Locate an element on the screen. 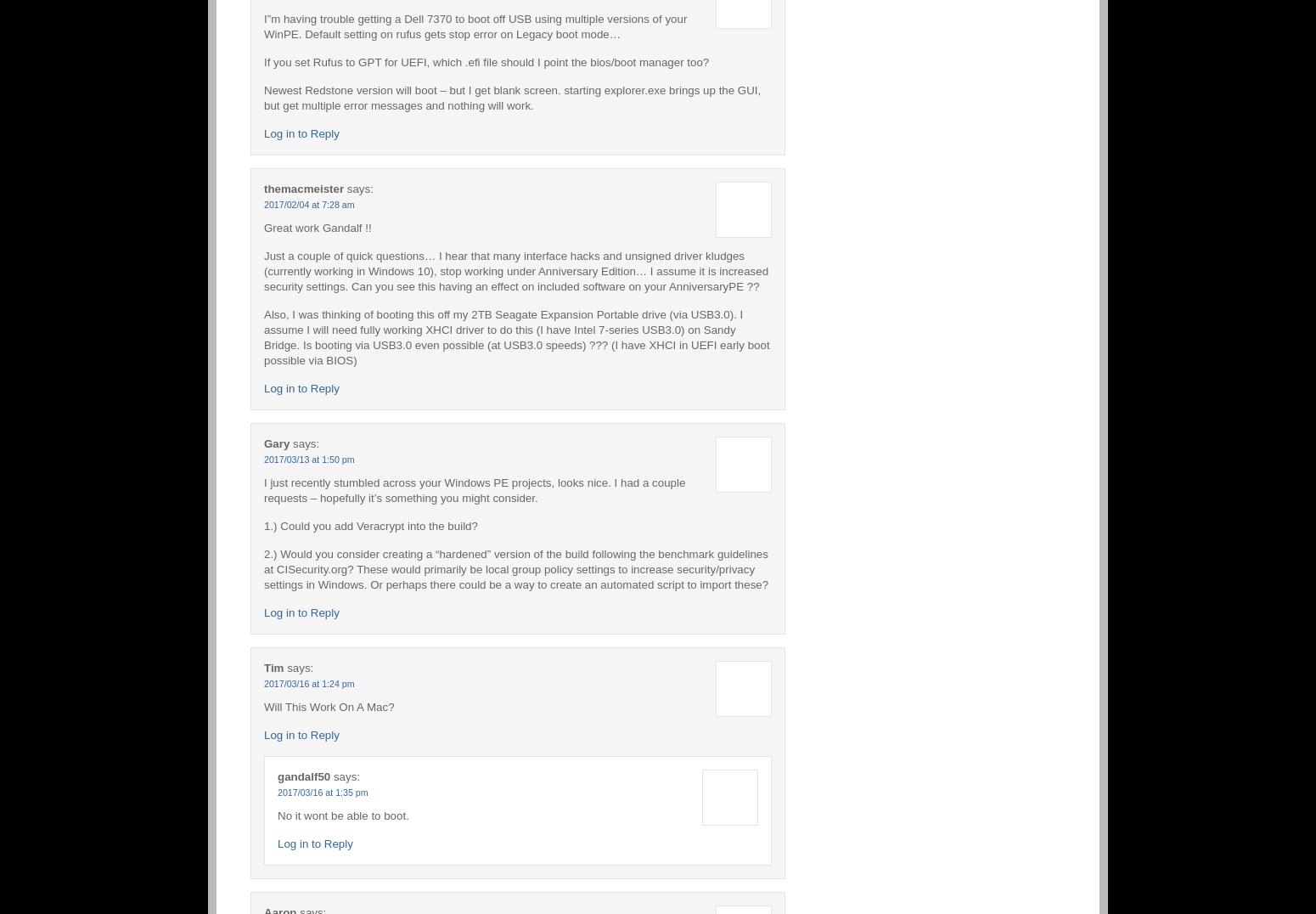  'Tim' is located at coordinates (273, 667).